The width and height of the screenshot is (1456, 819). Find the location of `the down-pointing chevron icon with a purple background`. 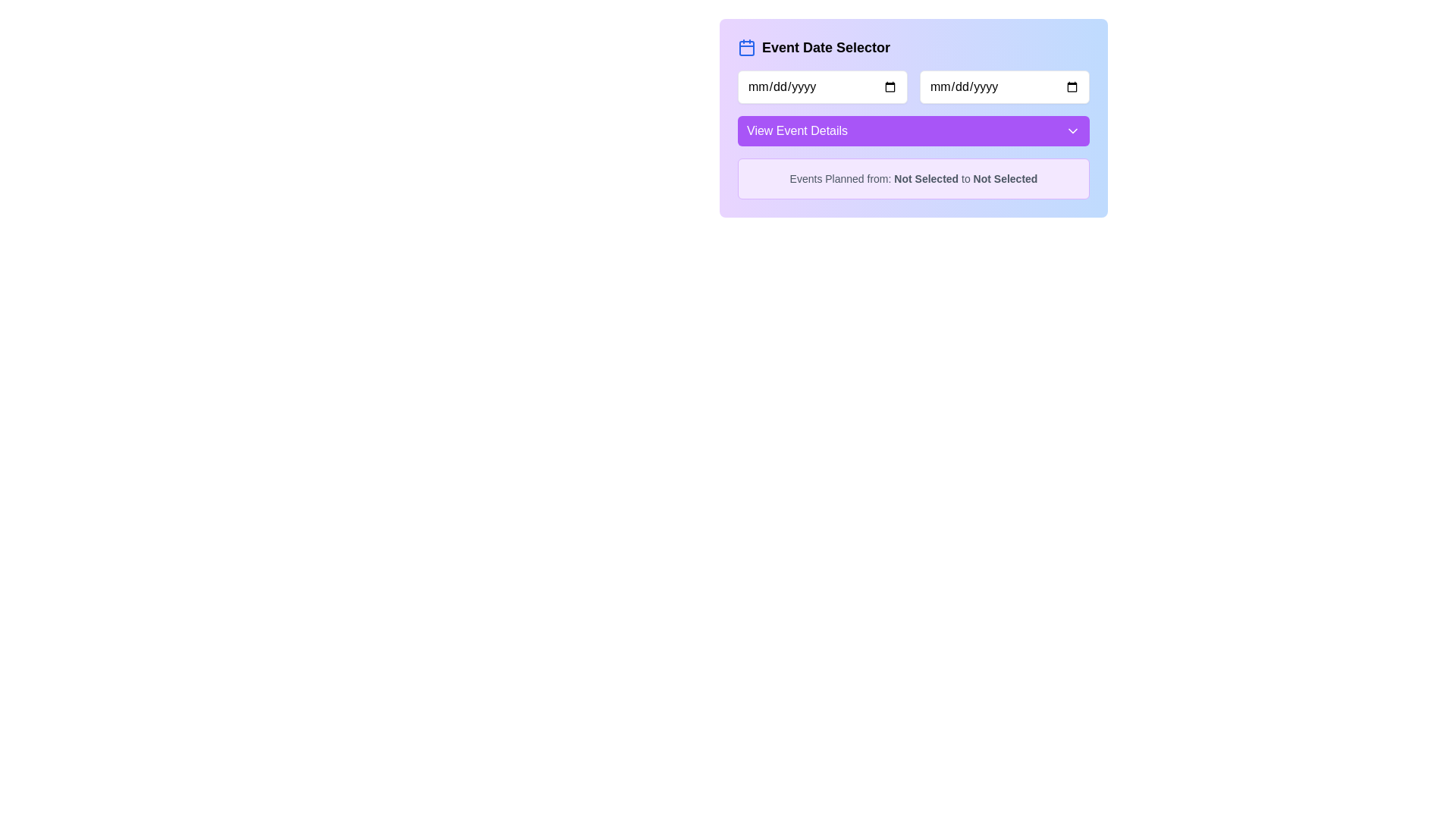

the down-pointing chevron icon with a purple background is located at coordinates (1072, 130).